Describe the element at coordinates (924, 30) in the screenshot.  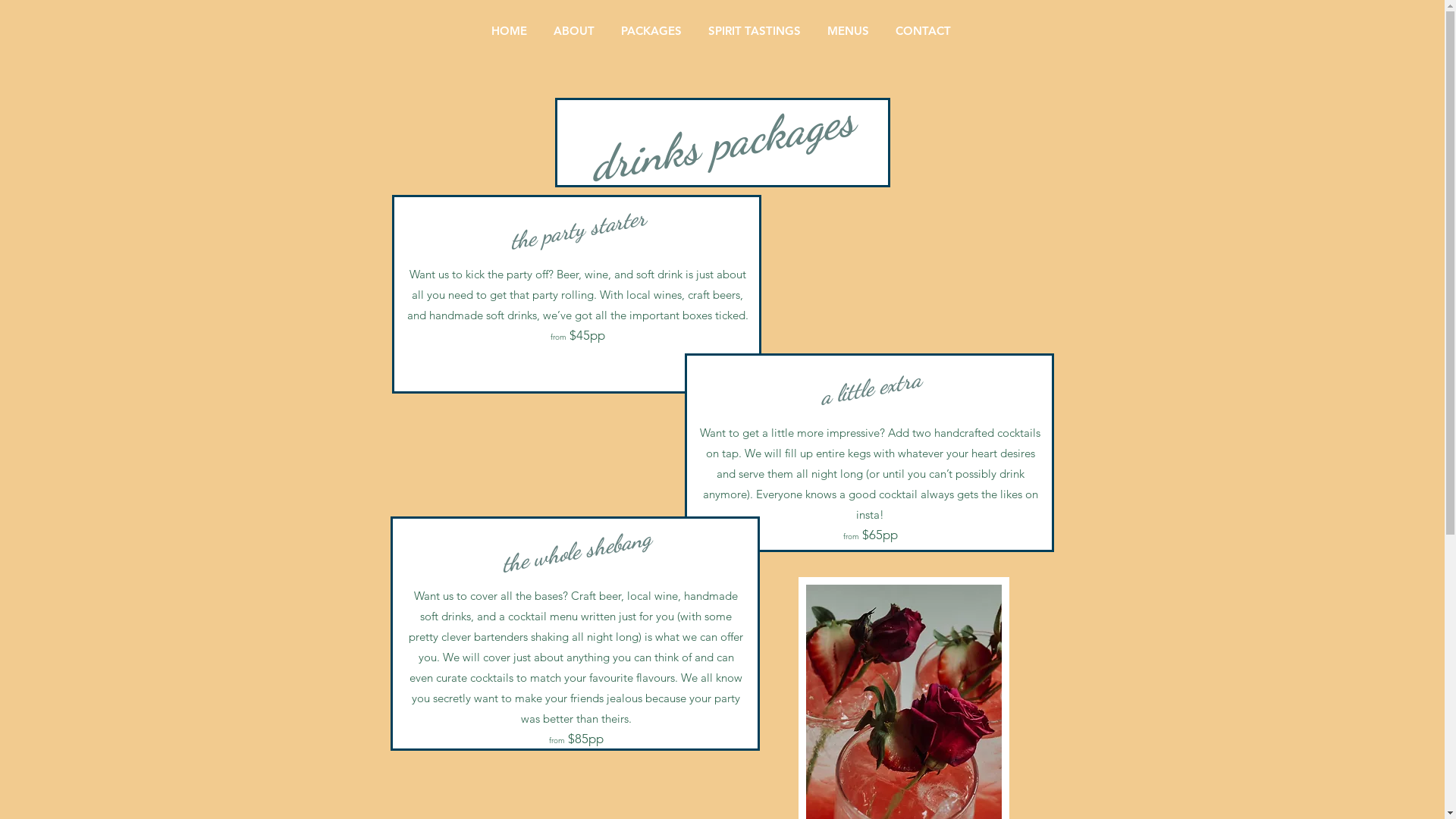
I see `'CONTACT'` at that location.